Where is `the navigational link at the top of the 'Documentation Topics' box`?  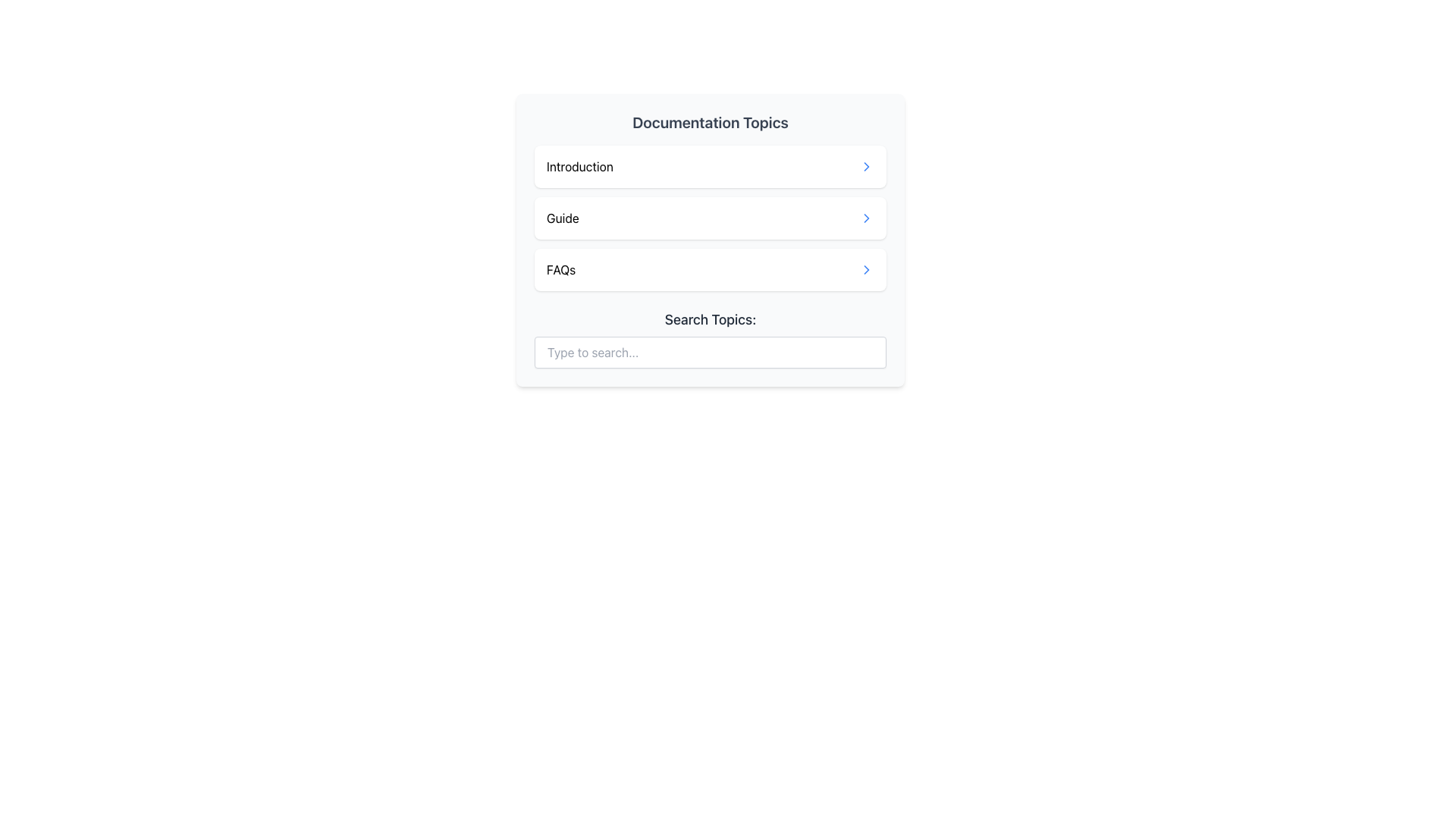
the navigational link at the top of the 'Documentation Topics' box is located at coordinates (709, 166).